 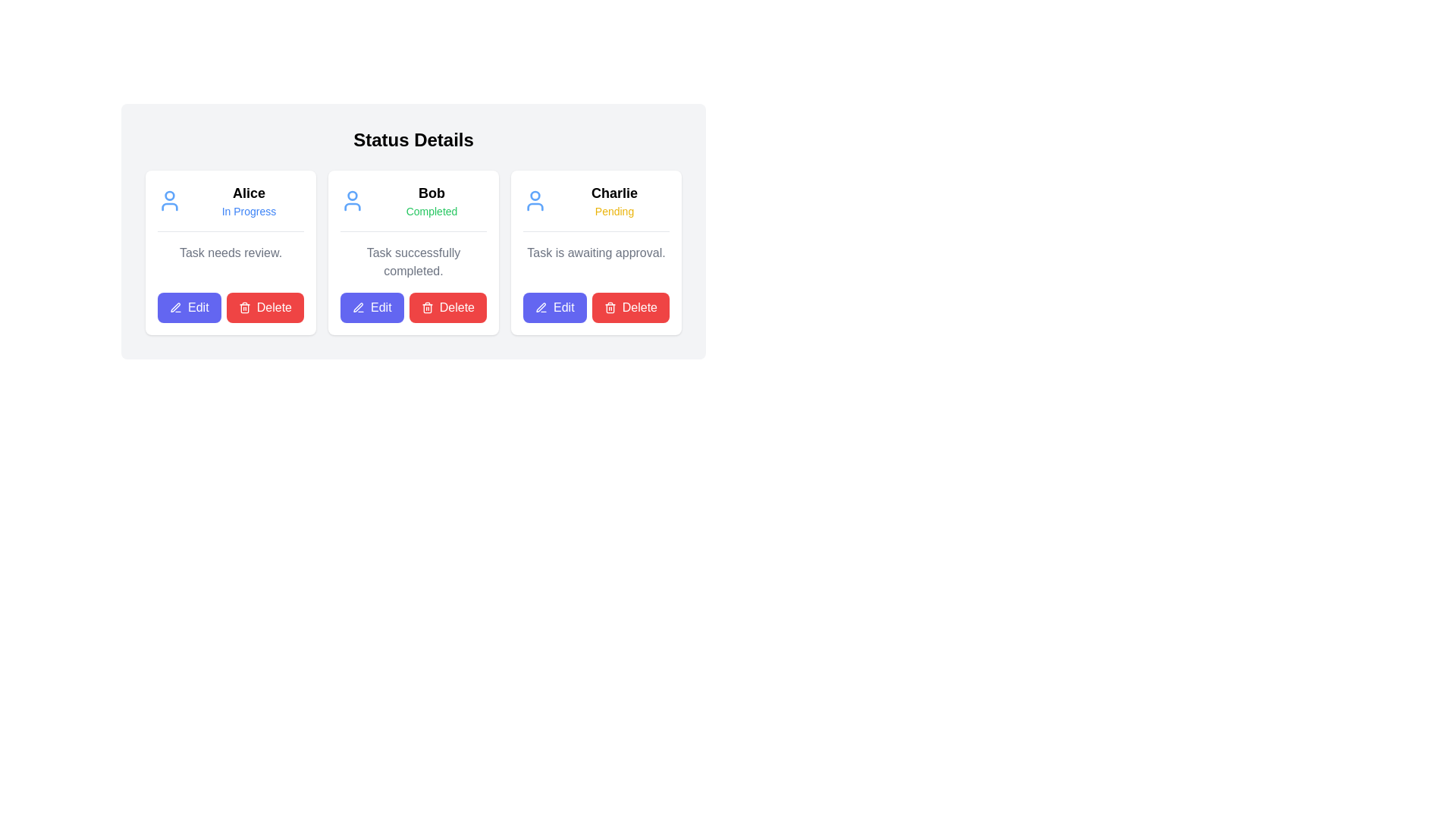 What do you see at coordinates (535, 195) in the screenshot?
I see `the inner circular shape of the user profile icon in the third card (Charlie) of the row of user cards` at bounding box center [535, 195].